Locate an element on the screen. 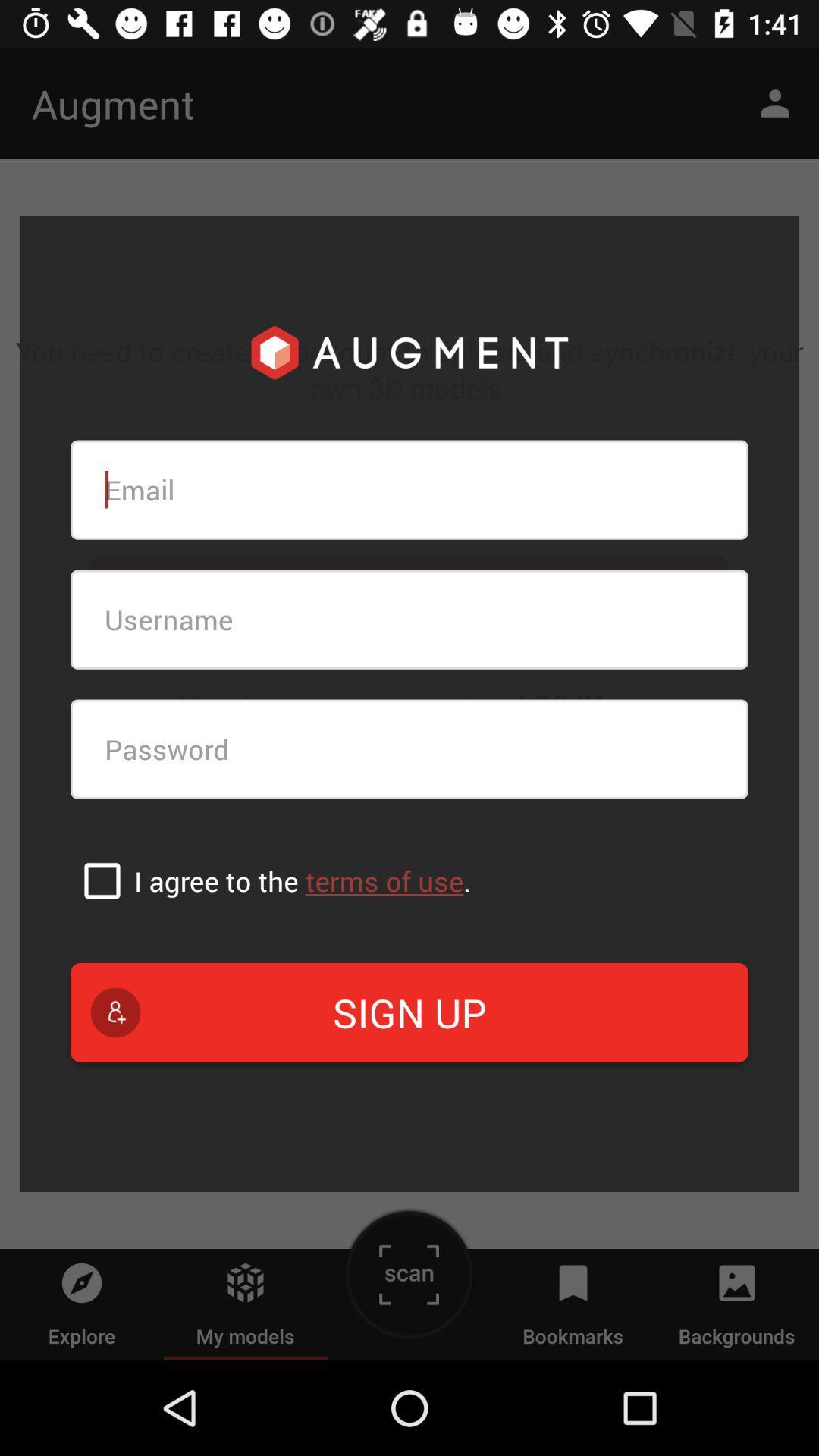 This screenshot has height=1456, width=819. input your email is located at coordinates (409, 490).